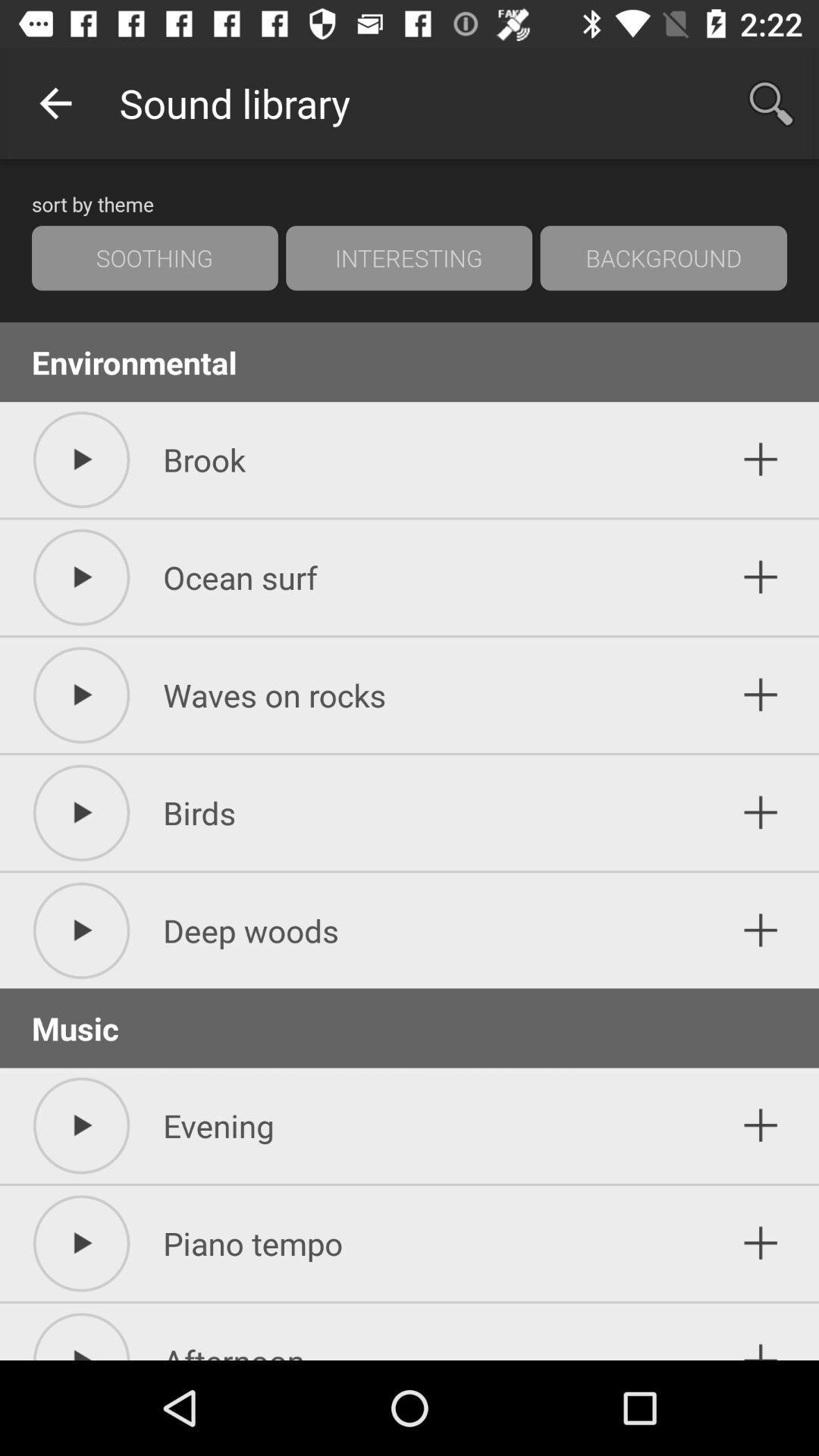  What do you see at coordinates (761, 694) in the screenshot?
I see `waves on rocks to your sound library` at bounding box center [761, 694].